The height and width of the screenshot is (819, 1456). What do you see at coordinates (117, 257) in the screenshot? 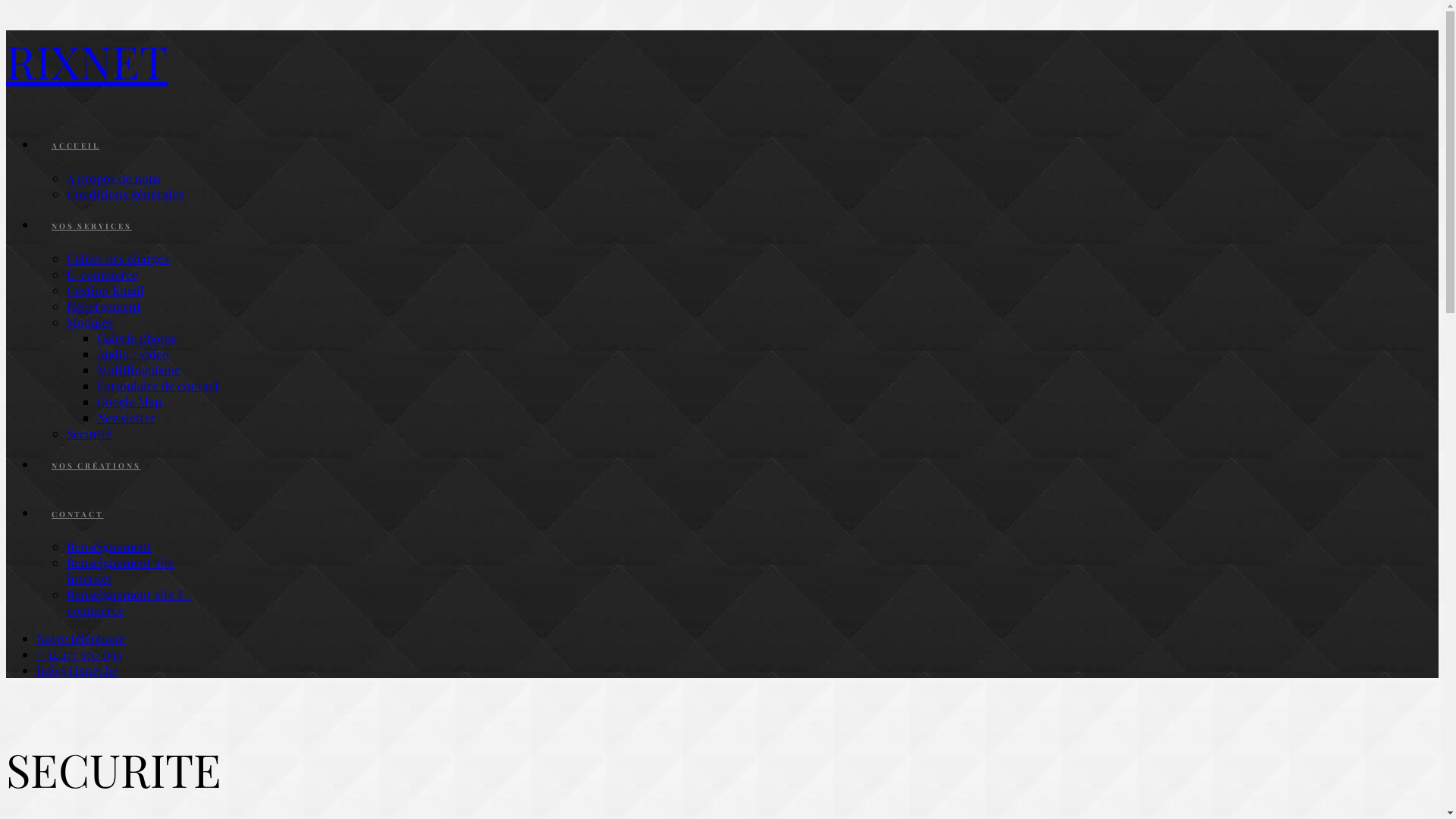
I see `'Cahier des charges'` at bounding box center [117, 257].